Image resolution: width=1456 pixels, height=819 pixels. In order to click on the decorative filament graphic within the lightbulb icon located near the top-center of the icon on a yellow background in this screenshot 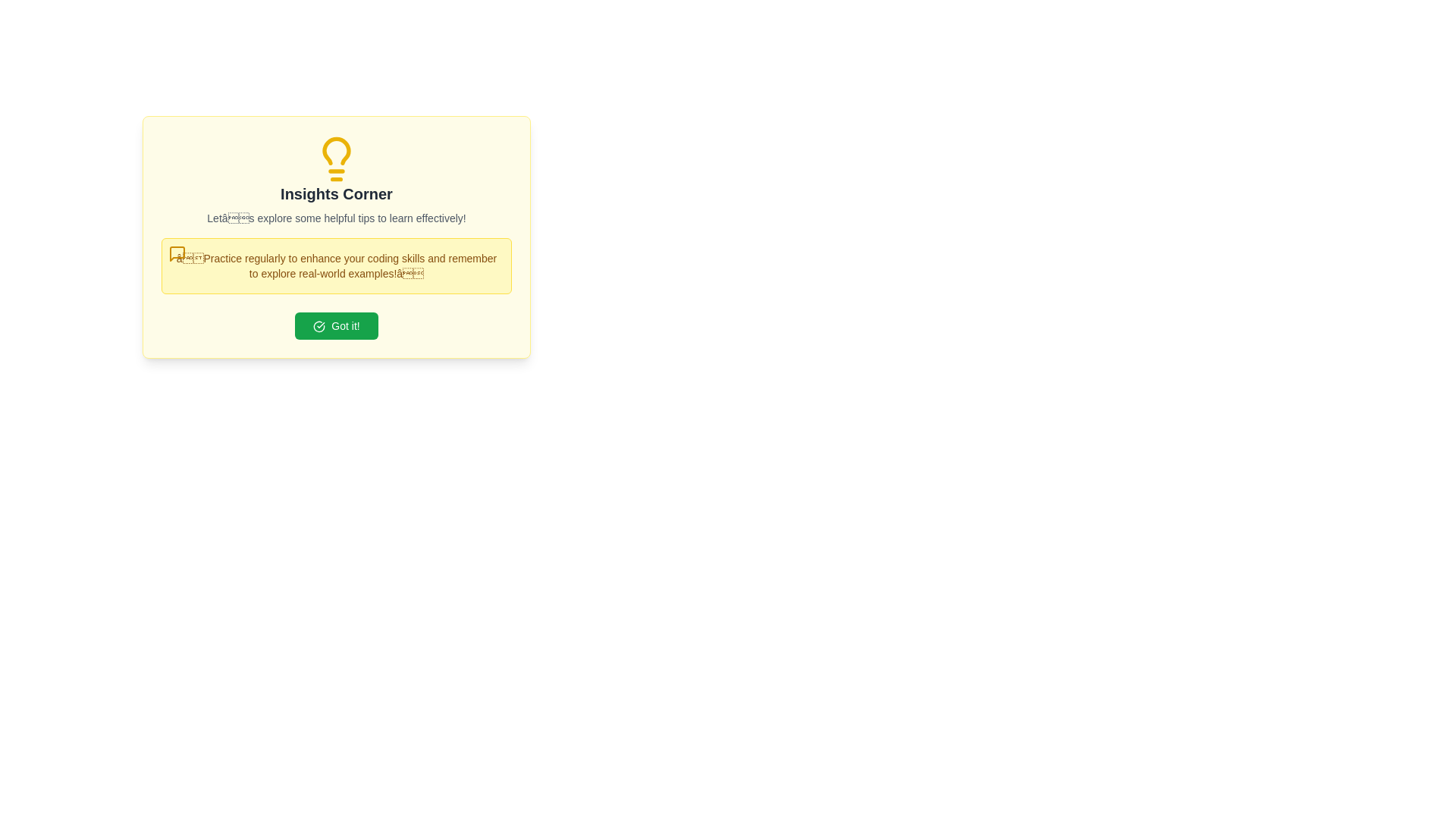, I will do `click(336, 151)`.